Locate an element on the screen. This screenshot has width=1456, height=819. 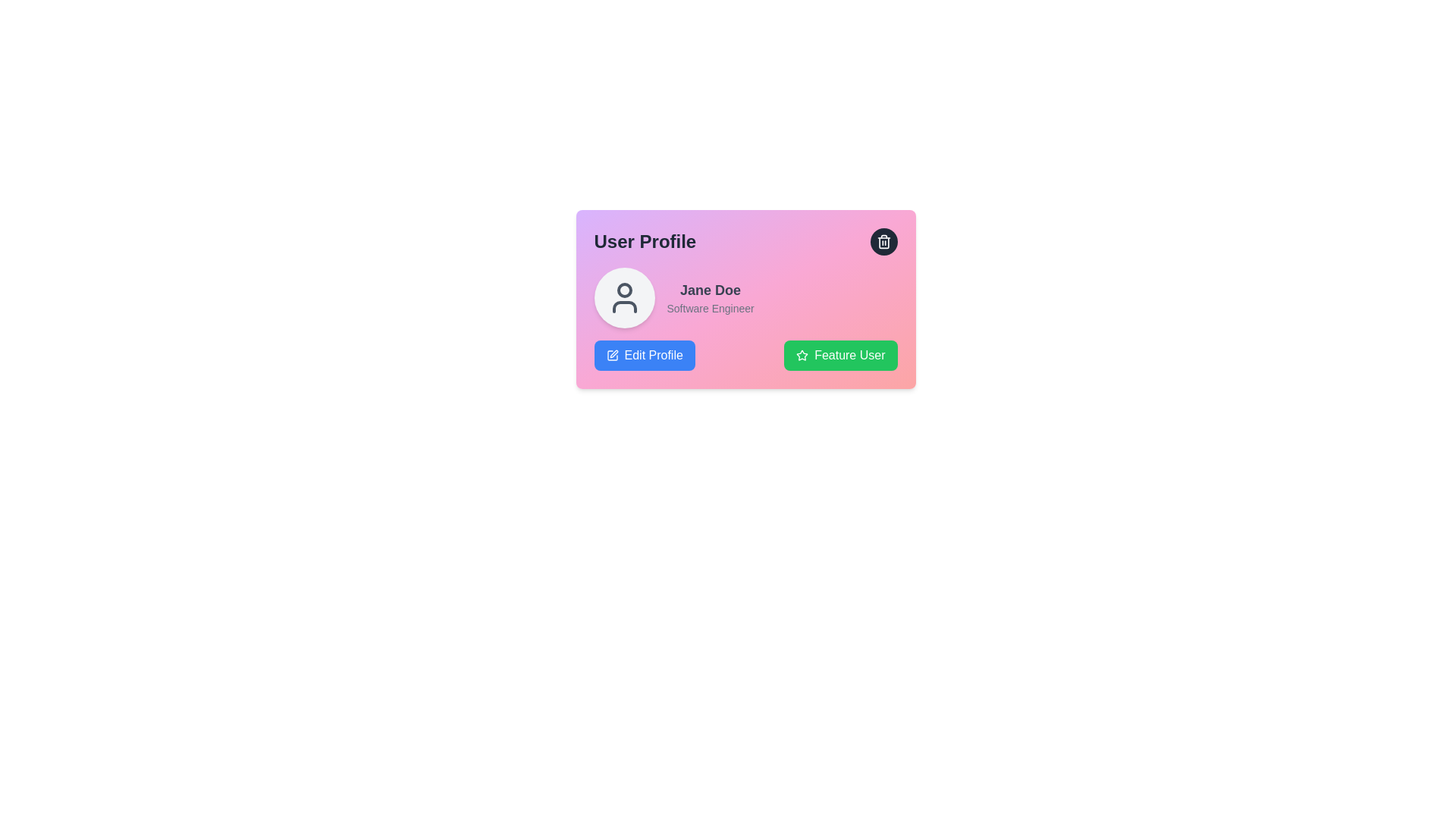
the 'User Profile' text label which displays bold text in large font size on a gradient pink and purple background, located near the top-left side of the user profile section's header is located at coordinates (645, 241).